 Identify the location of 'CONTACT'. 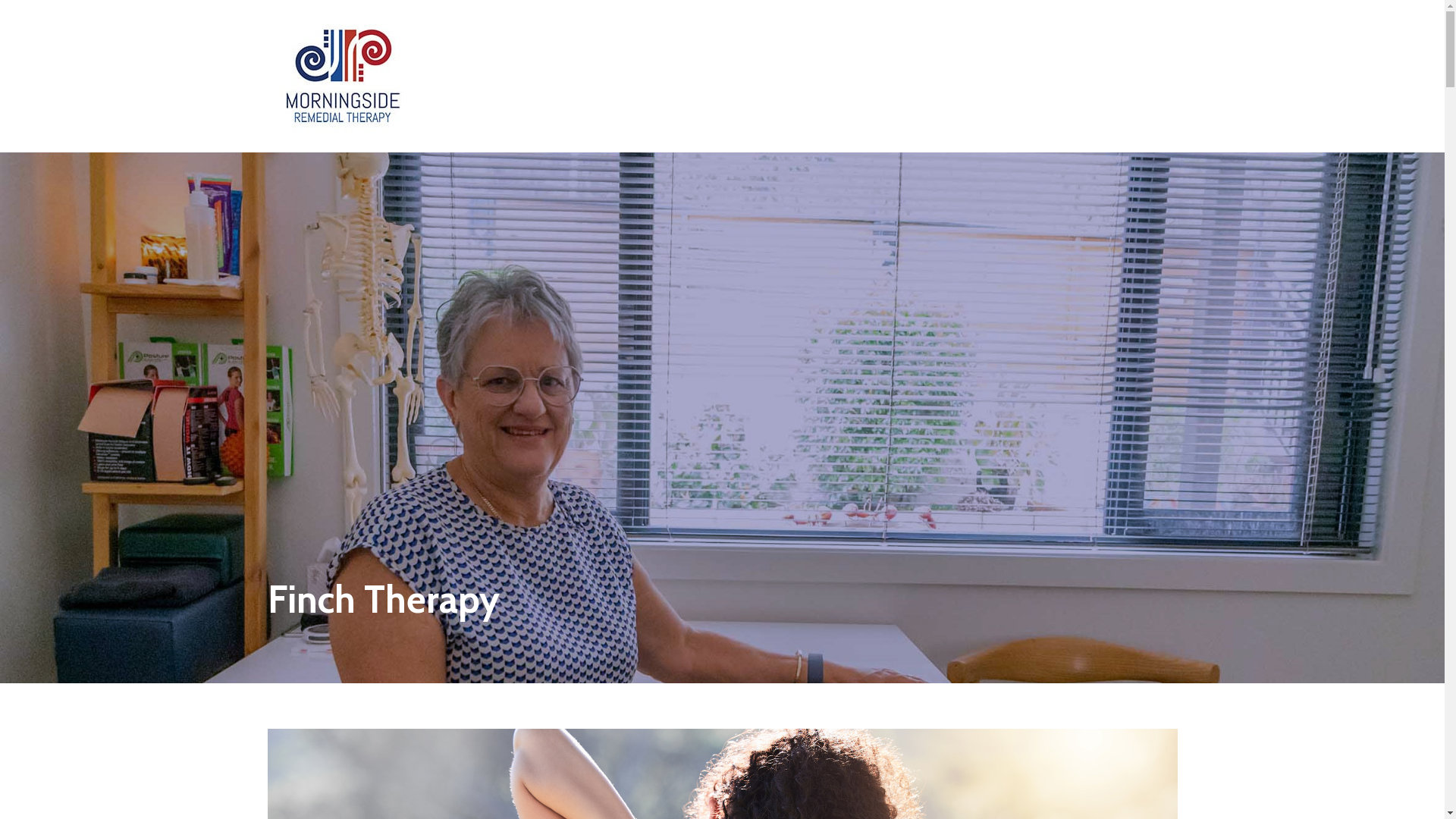
(991, 34).